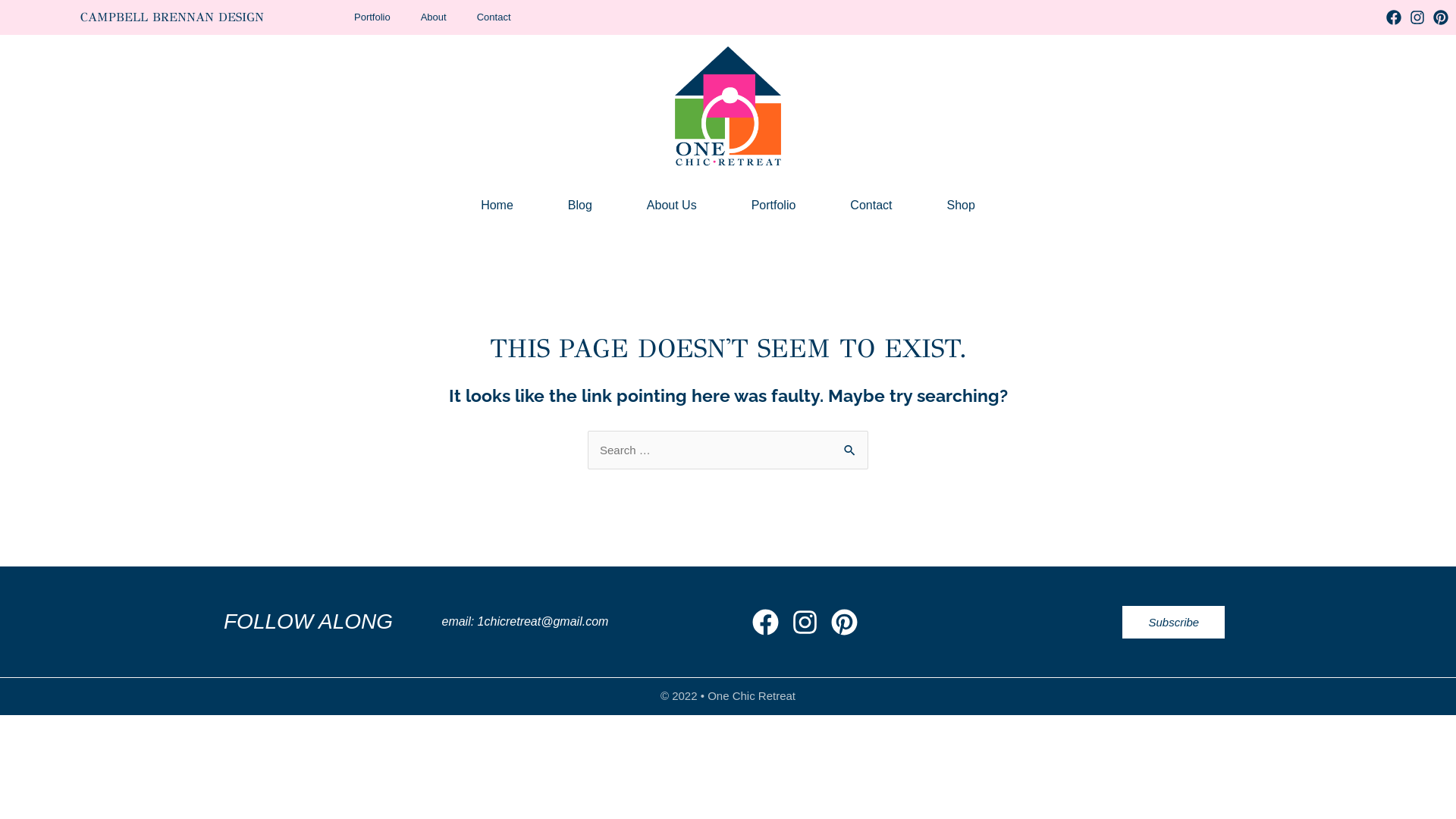  What do you see at coordinates (497, 205) in the screenshot?
I see `'Home'` at bounding box center [497, 205].